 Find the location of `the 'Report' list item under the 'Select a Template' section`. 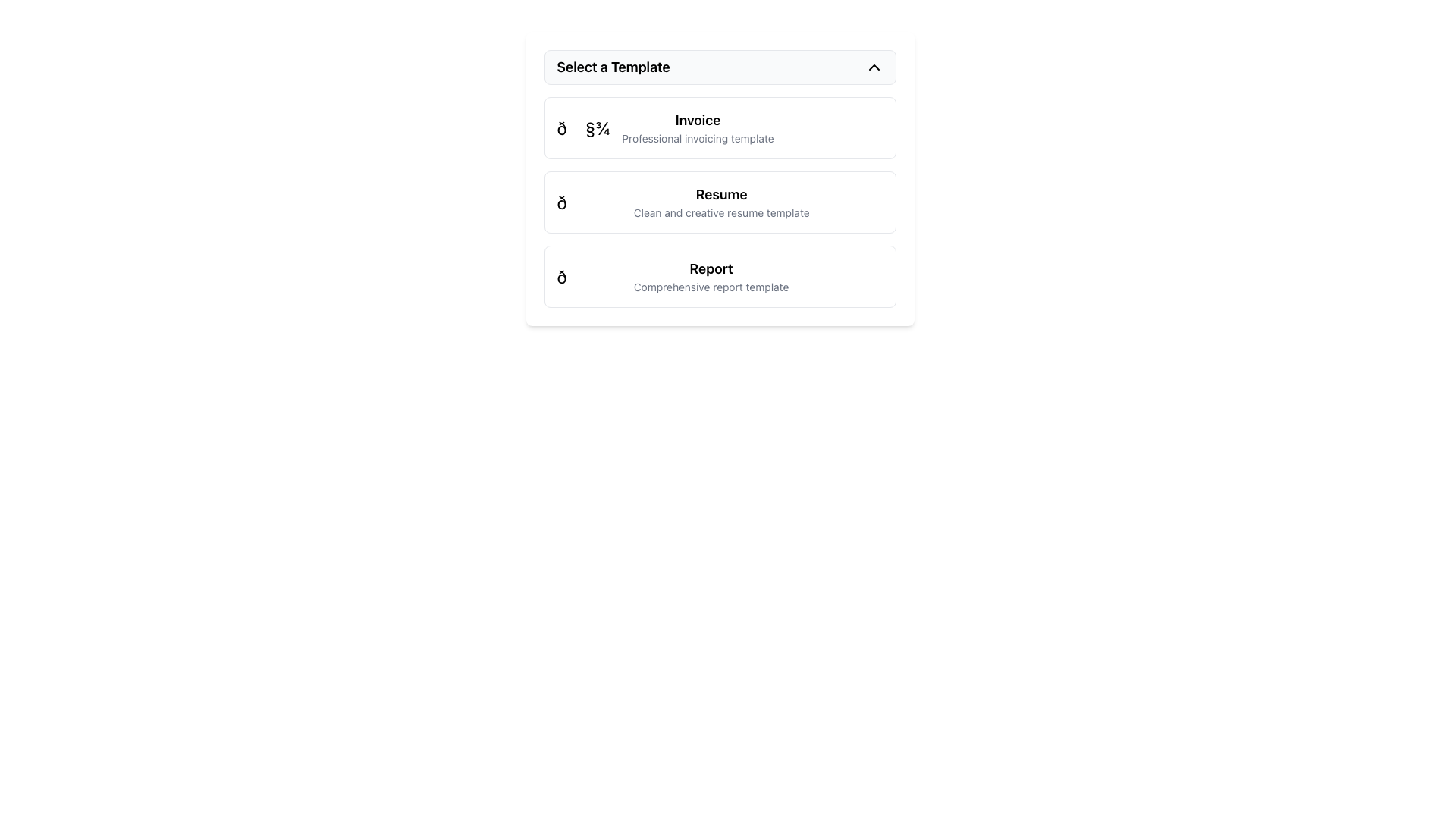

the 'Report' list item under the 'Select a Template' section is located at coordinates (672, 277).